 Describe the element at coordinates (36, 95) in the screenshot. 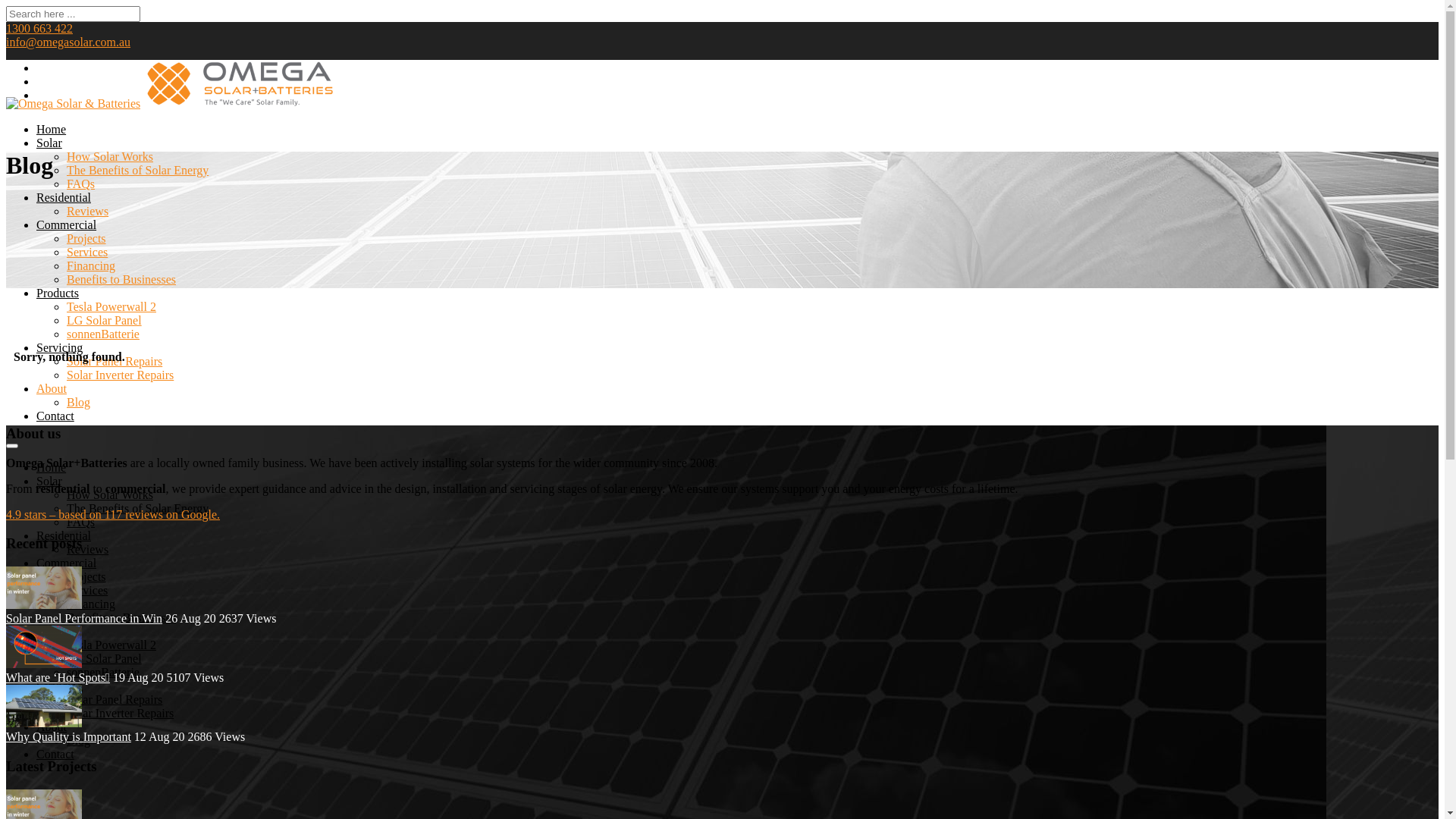

I see `'Youtube'` at that location.